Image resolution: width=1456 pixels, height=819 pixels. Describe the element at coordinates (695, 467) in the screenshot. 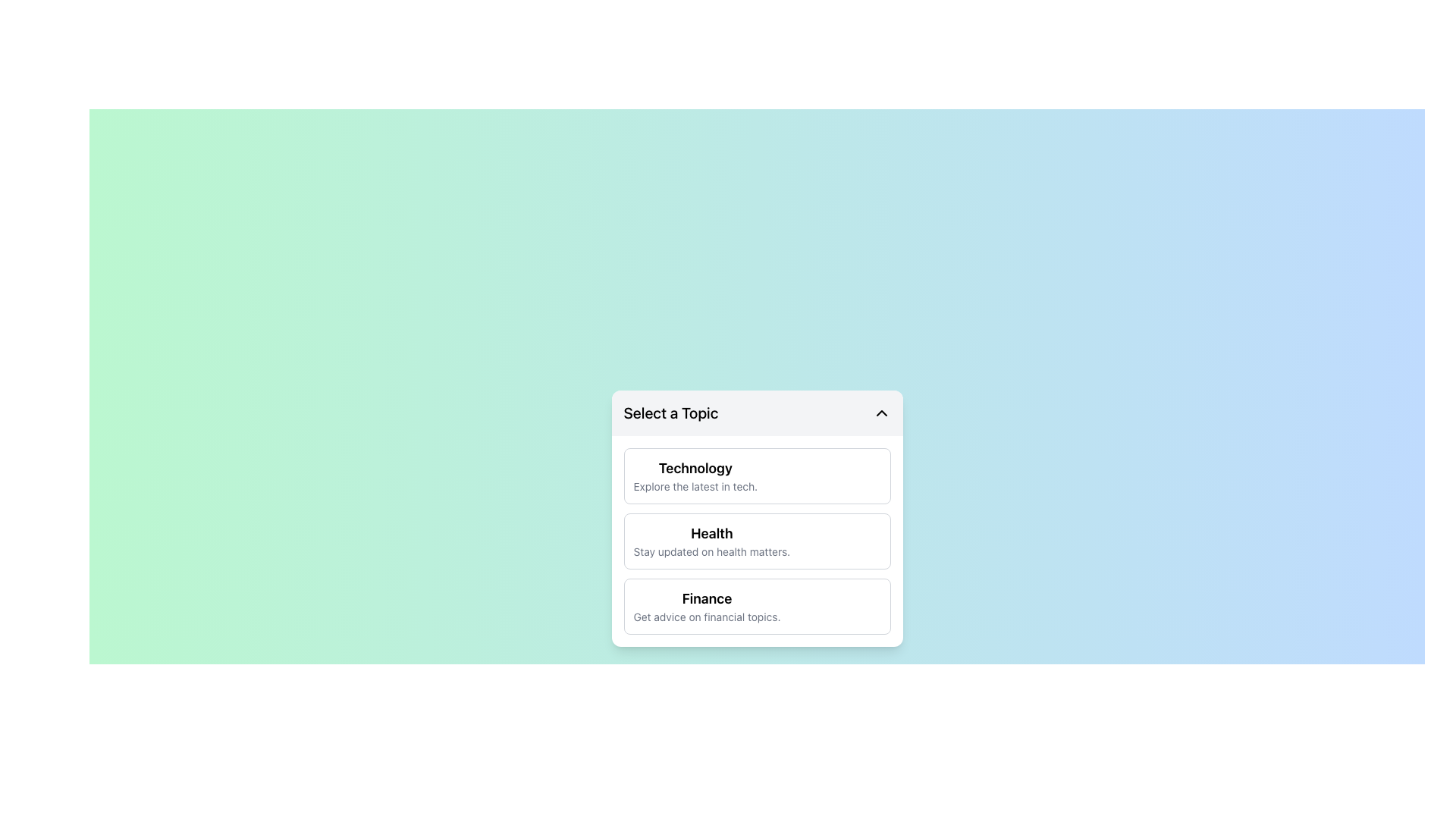

I see `text content of the 'Technology' label located at the top of the menu option, which indicates the selectable topic category` at that location.